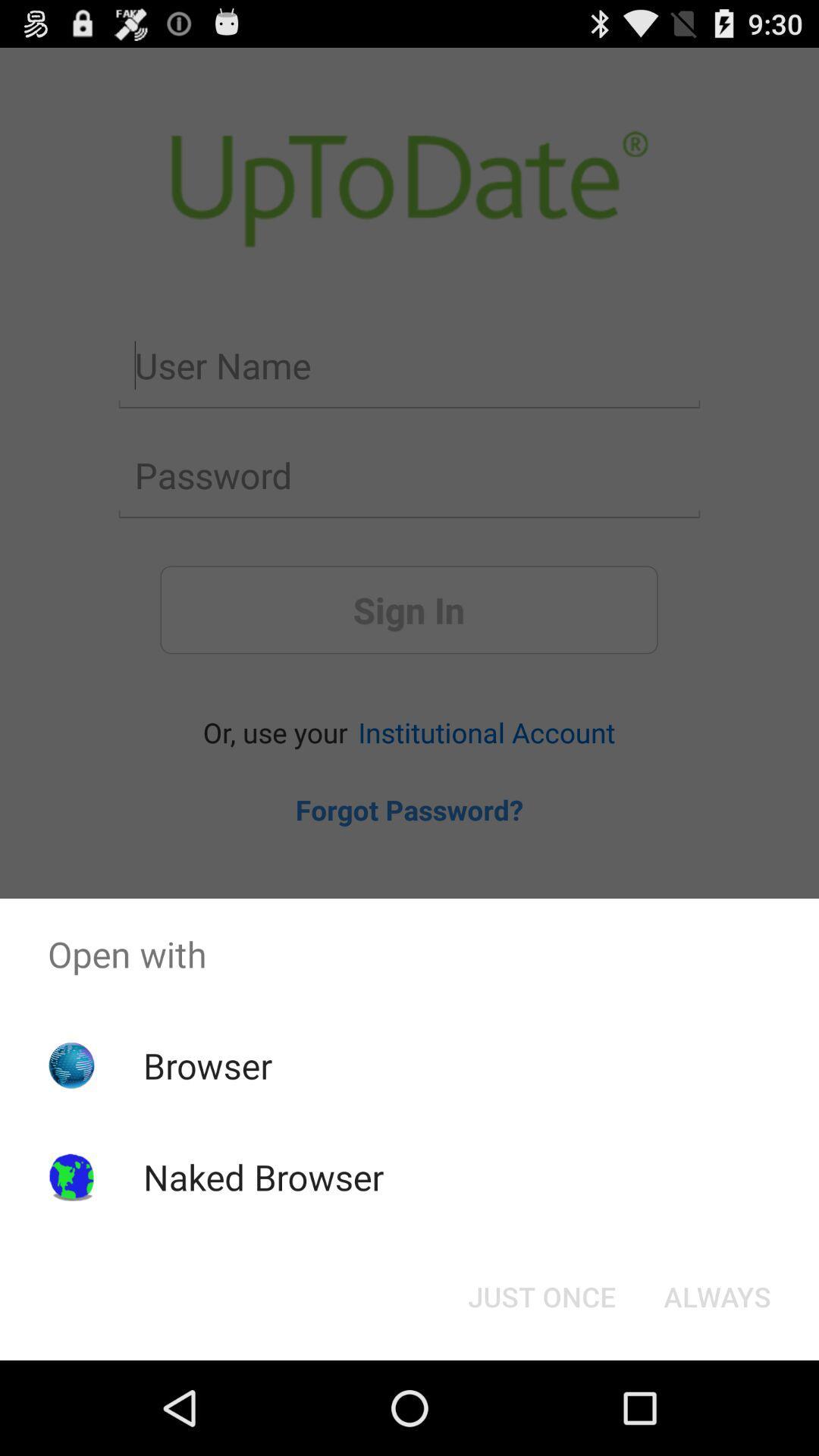  I want to click on item below the browser app, so click(262, 1176).